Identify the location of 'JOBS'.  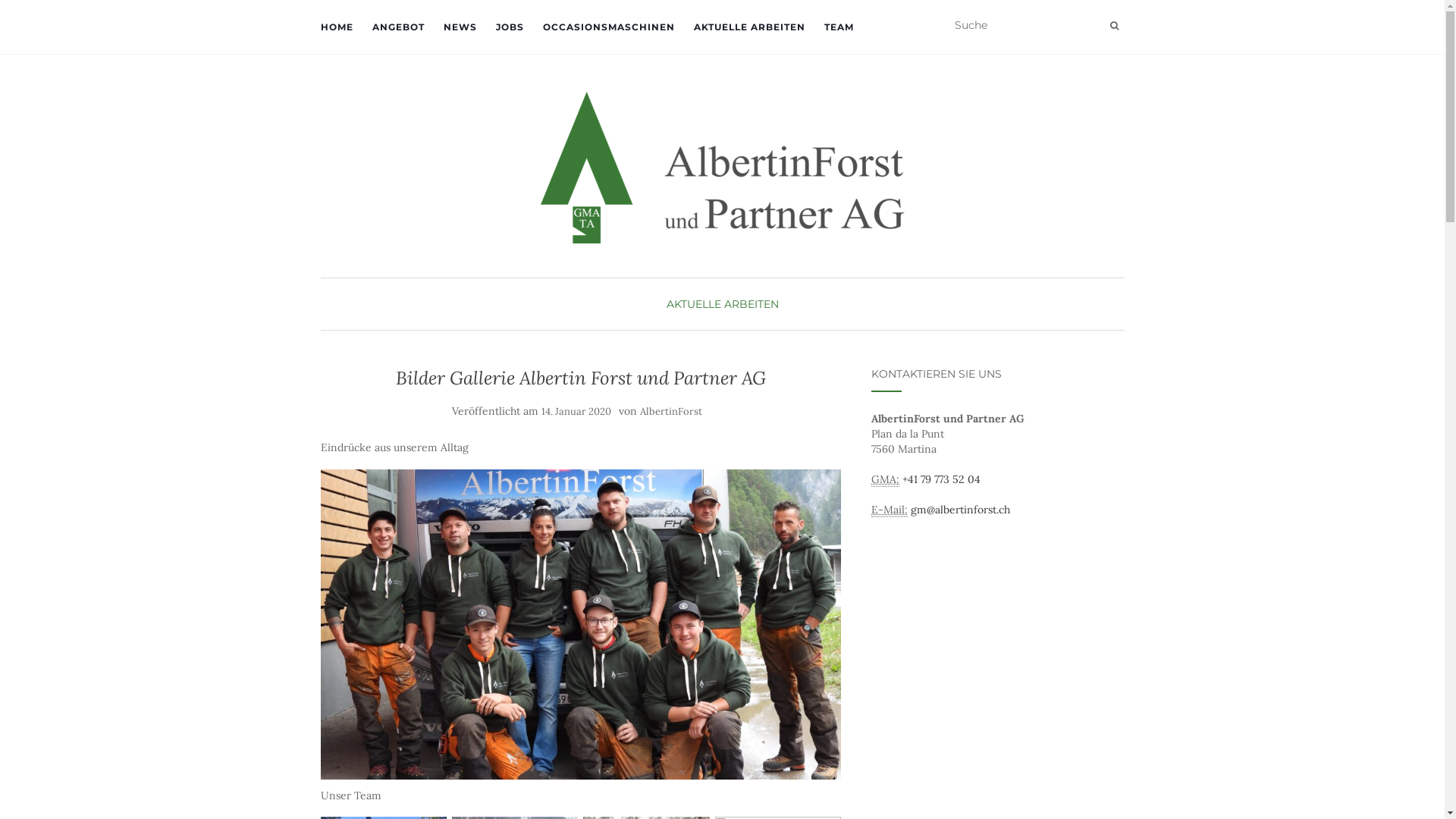
(510, 27).